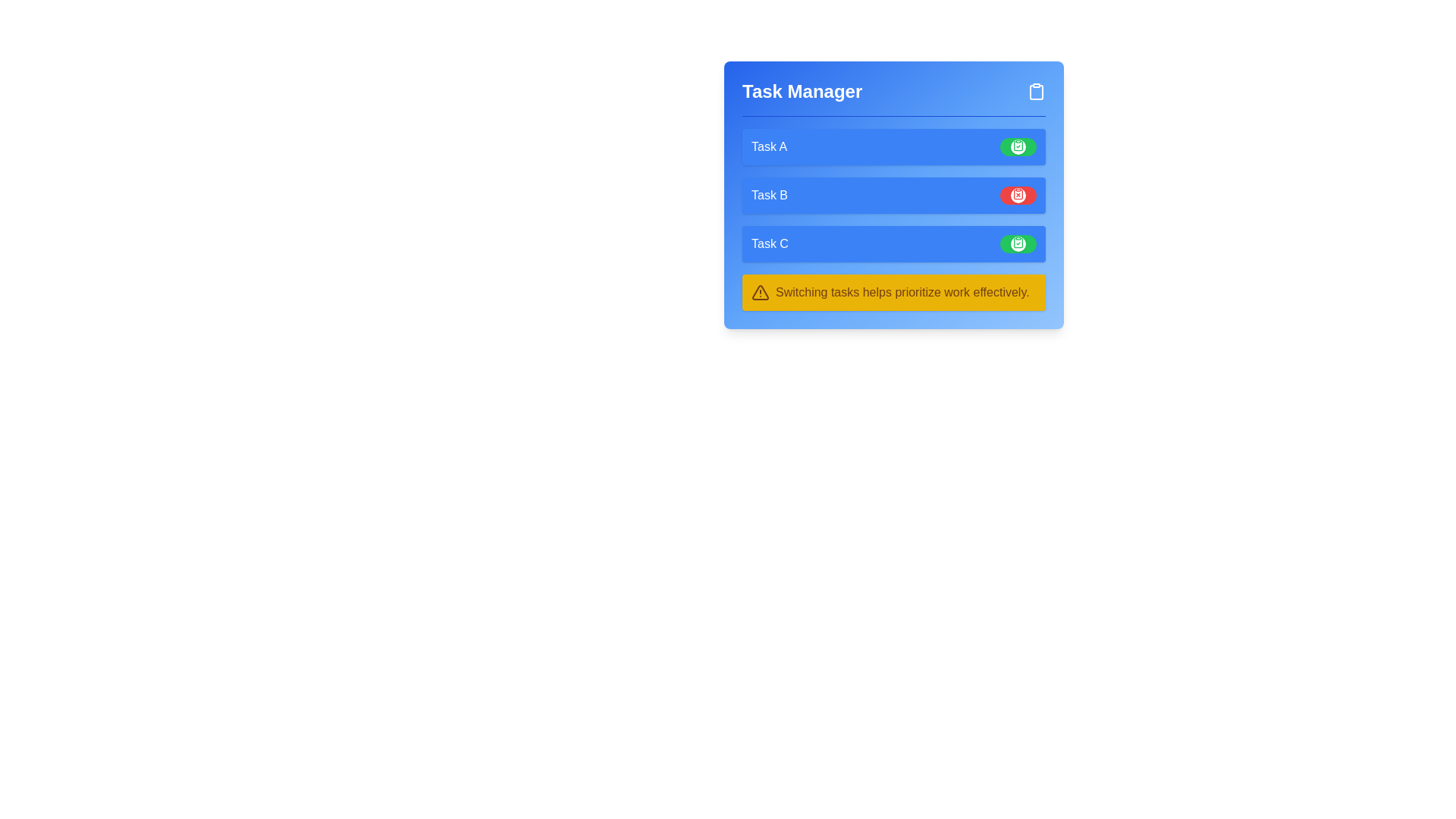 The height and width of the screenshot is (819, 1456). Describe the element at coordinates (761, 292) in the screenshot. I see `Warning or Alert Icon located to the left of the text 'Switching tasks helps prioritize work effectively.' in the yellow notification bar at the bottom of the 'Task Manager' interface for accessibility purposes` at that location.